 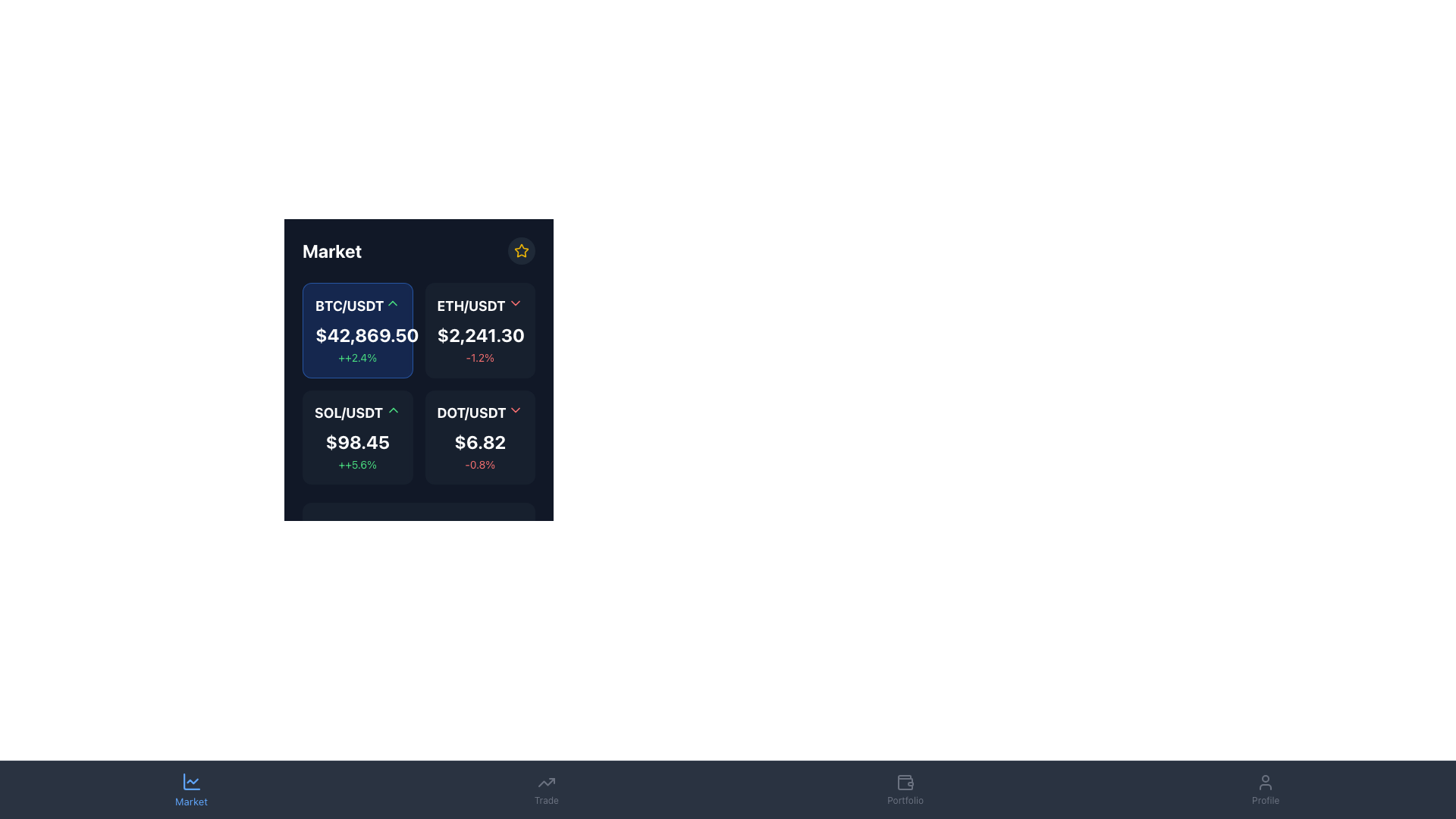 What do you see at coordinates (516, 303) in the screenshot?
I see `the downward-pointing red chevron icon located in the 'ETH/USDT' section at the top-right corner of the card` at bounding box center [516, 303].